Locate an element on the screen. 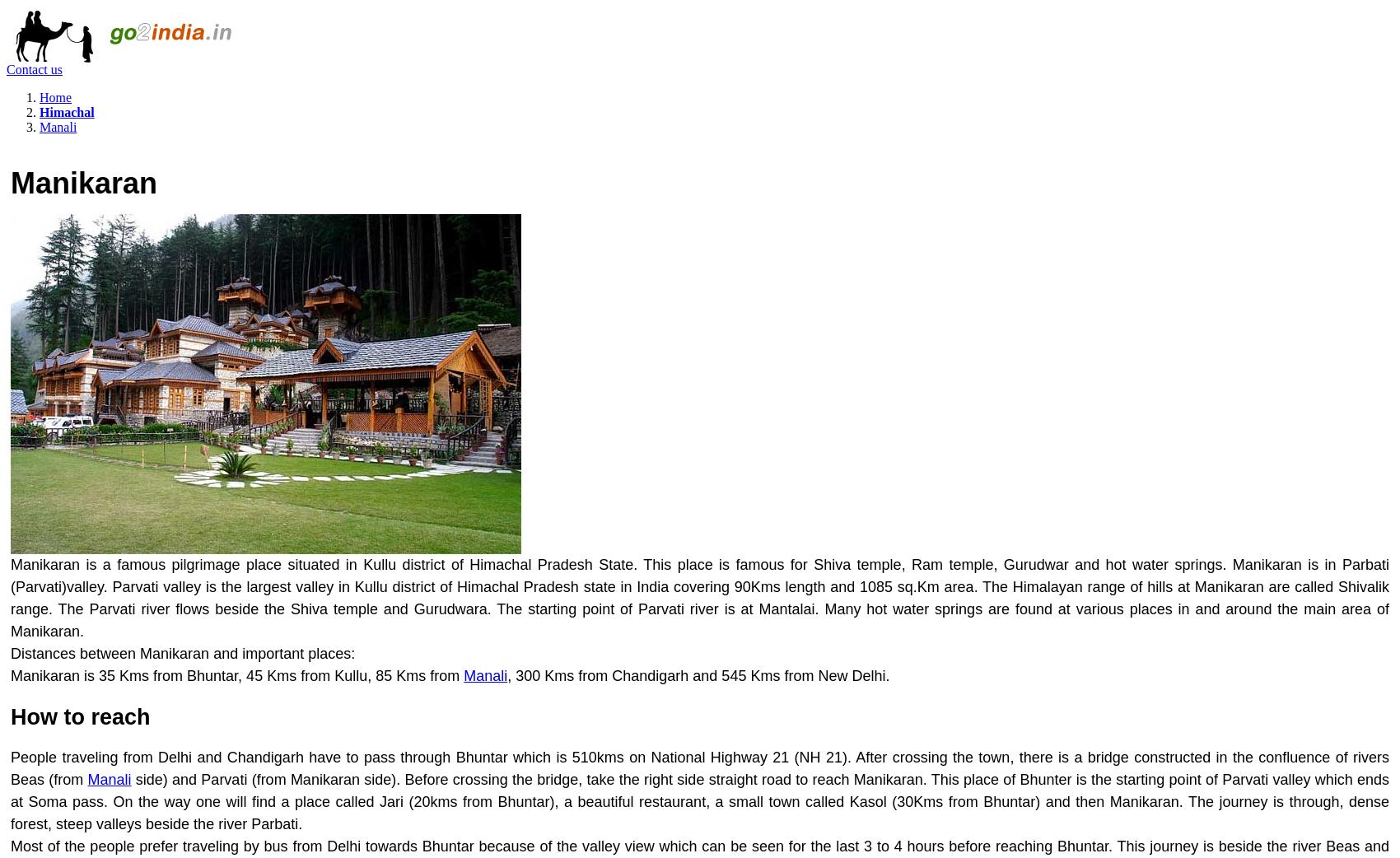 The height and width of the screenshot is (858, 1400). 'How to reach' is located at coordinates (80, 715).